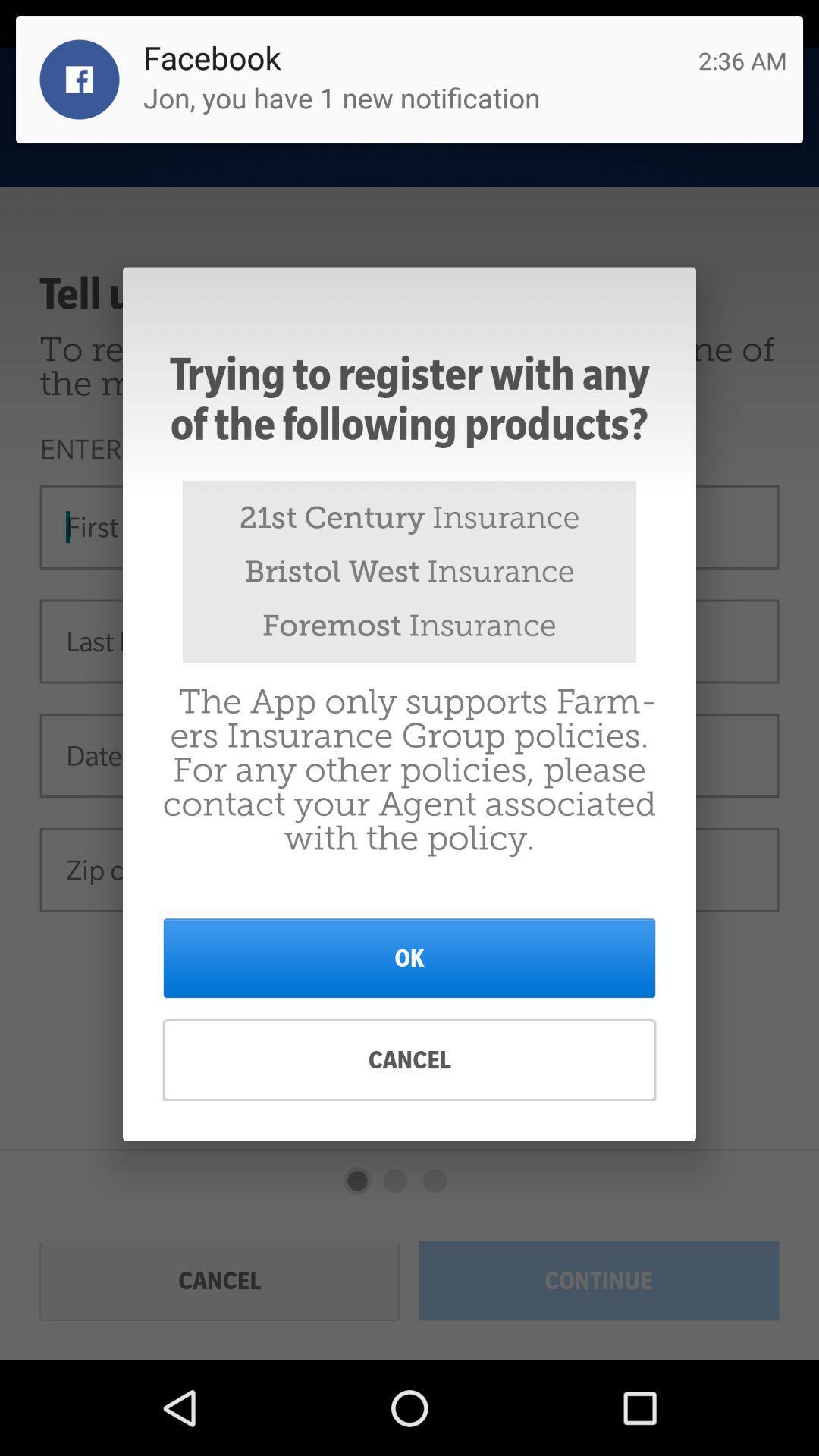 The width and height of the screenshot is (819, 1456). I want to click on icon above cancel item, so click(409, 957).